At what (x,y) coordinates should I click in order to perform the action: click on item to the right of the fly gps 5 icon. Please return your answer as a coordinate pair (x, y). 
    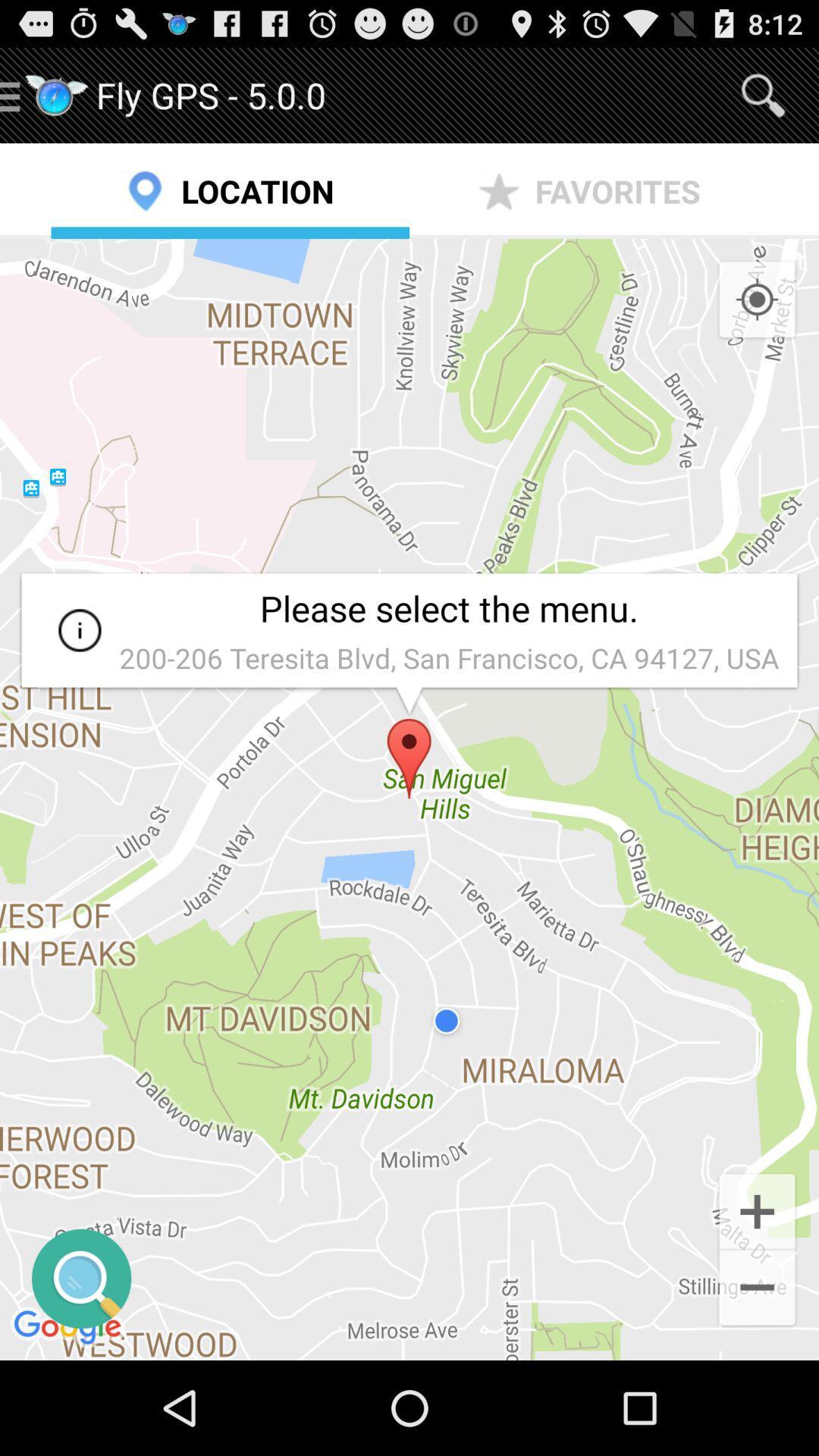
    Looking at the image, I should click on (763, 94).